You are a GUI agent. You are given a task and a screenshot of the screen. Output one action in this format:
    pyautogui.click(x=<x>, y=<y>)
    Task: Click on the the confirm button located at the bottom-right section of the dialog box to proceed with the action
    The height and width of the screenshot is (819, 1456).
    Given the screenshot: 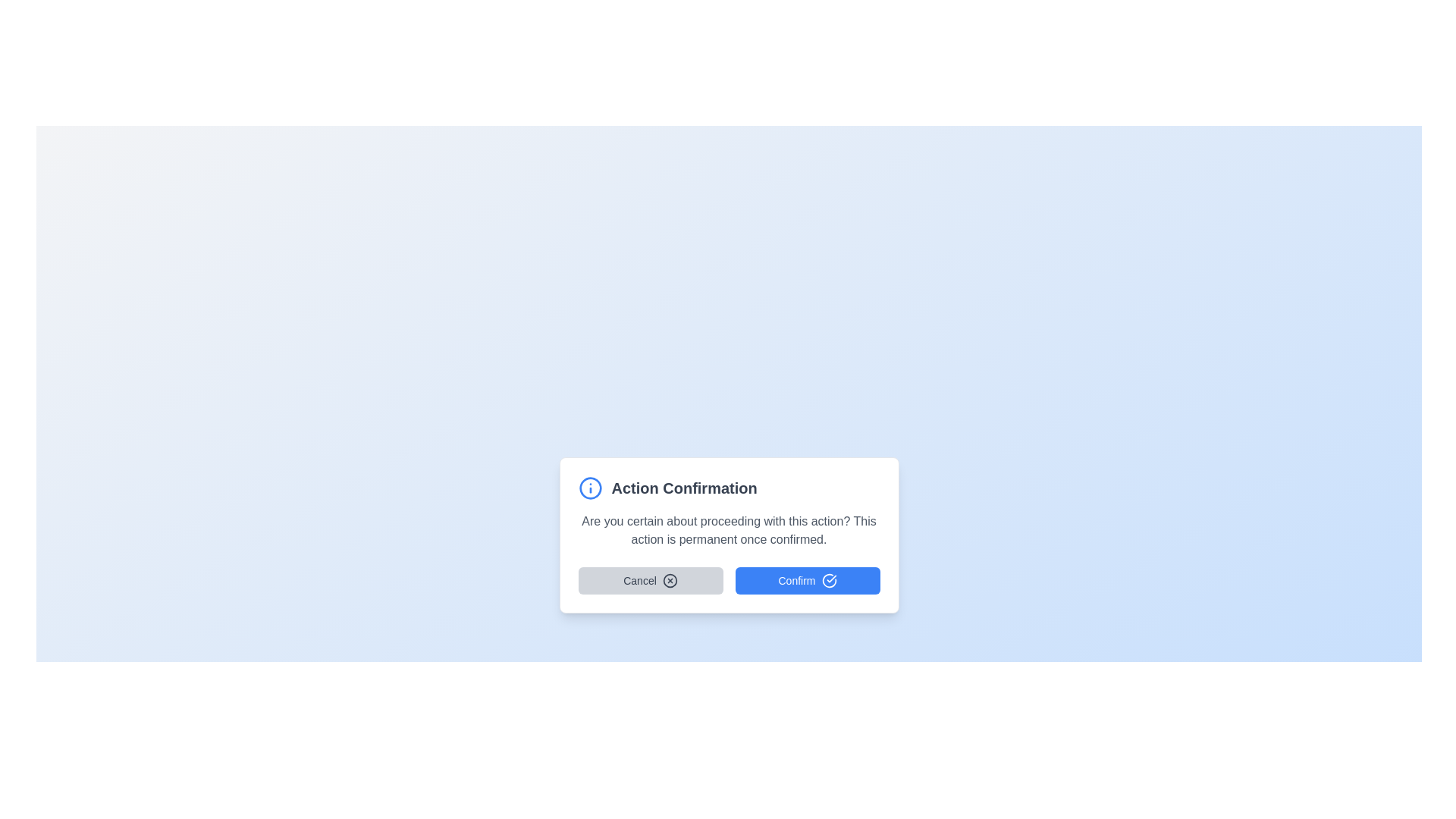 What is the action you would take?
    pyautogui.click(x=807, y=580)
    